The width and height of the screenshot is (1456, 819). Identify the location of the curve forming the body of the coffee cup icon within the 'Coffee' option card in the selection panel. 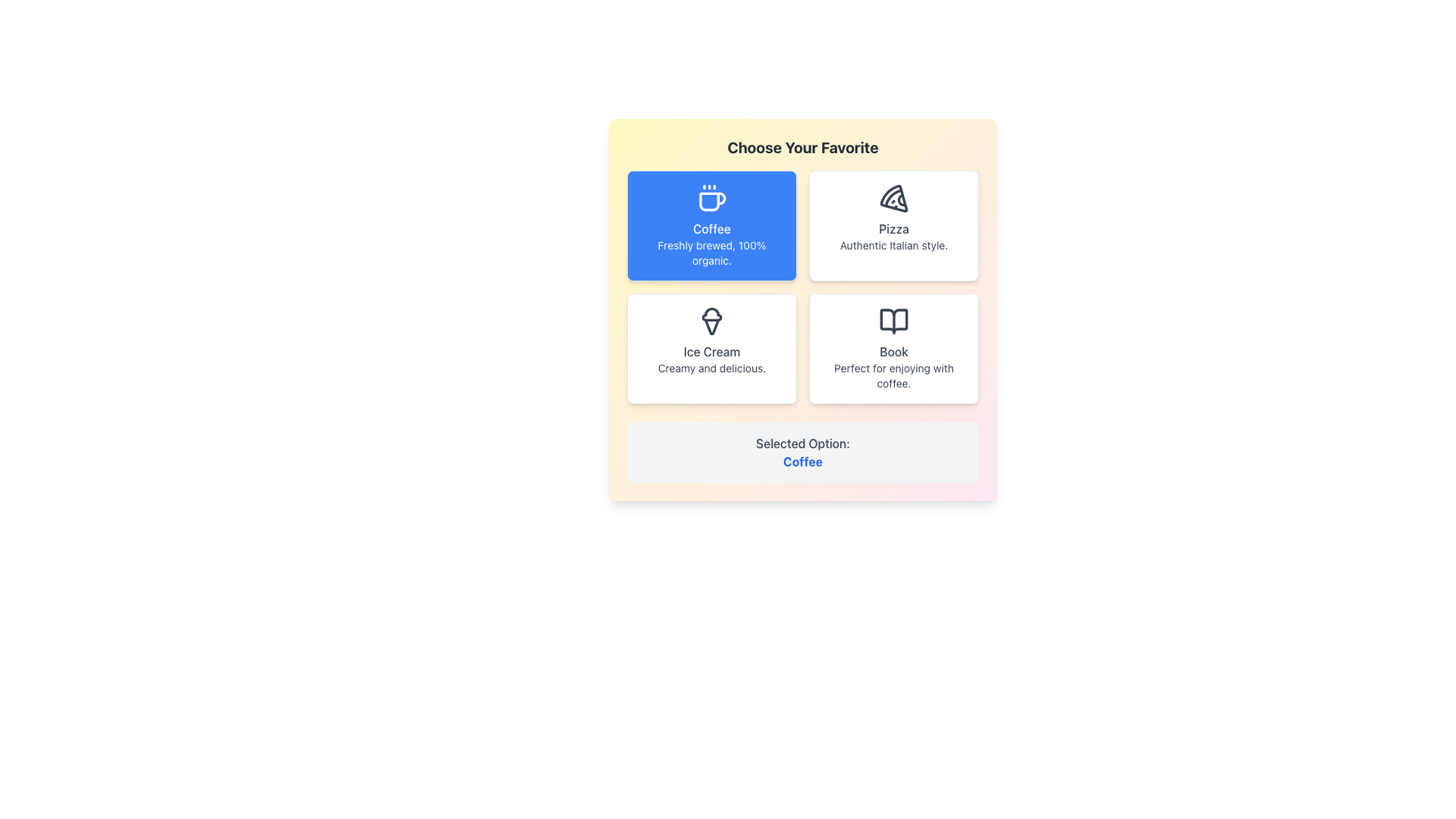
(711, 201).